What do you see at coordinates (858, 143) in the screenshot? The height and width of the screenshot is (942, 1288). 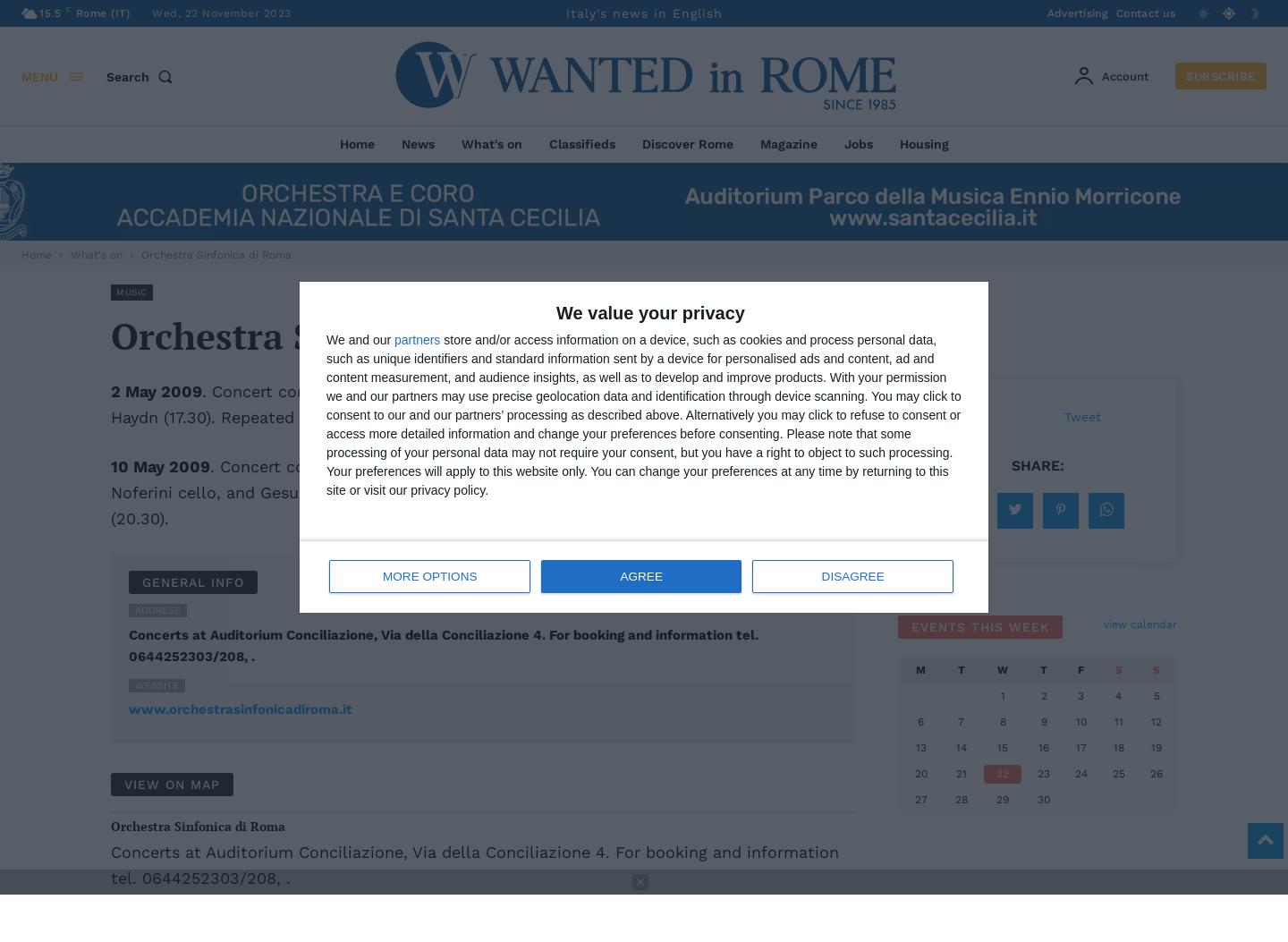 I see `'Jobs'` at bounding box center [858, 143].